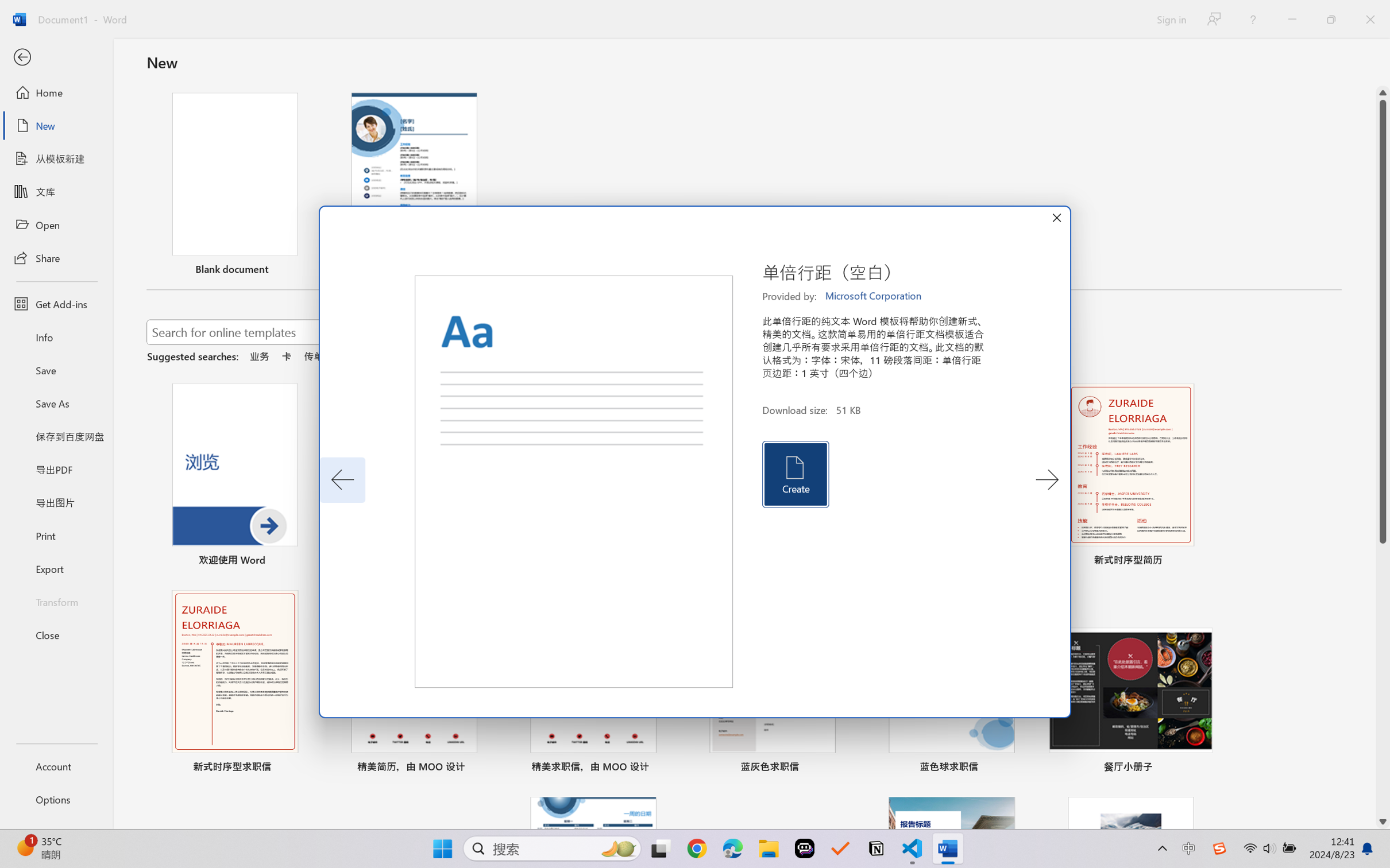 The height and width of the screenshot is (868, 1390). I want to click on 'Back', so click(56, 57).